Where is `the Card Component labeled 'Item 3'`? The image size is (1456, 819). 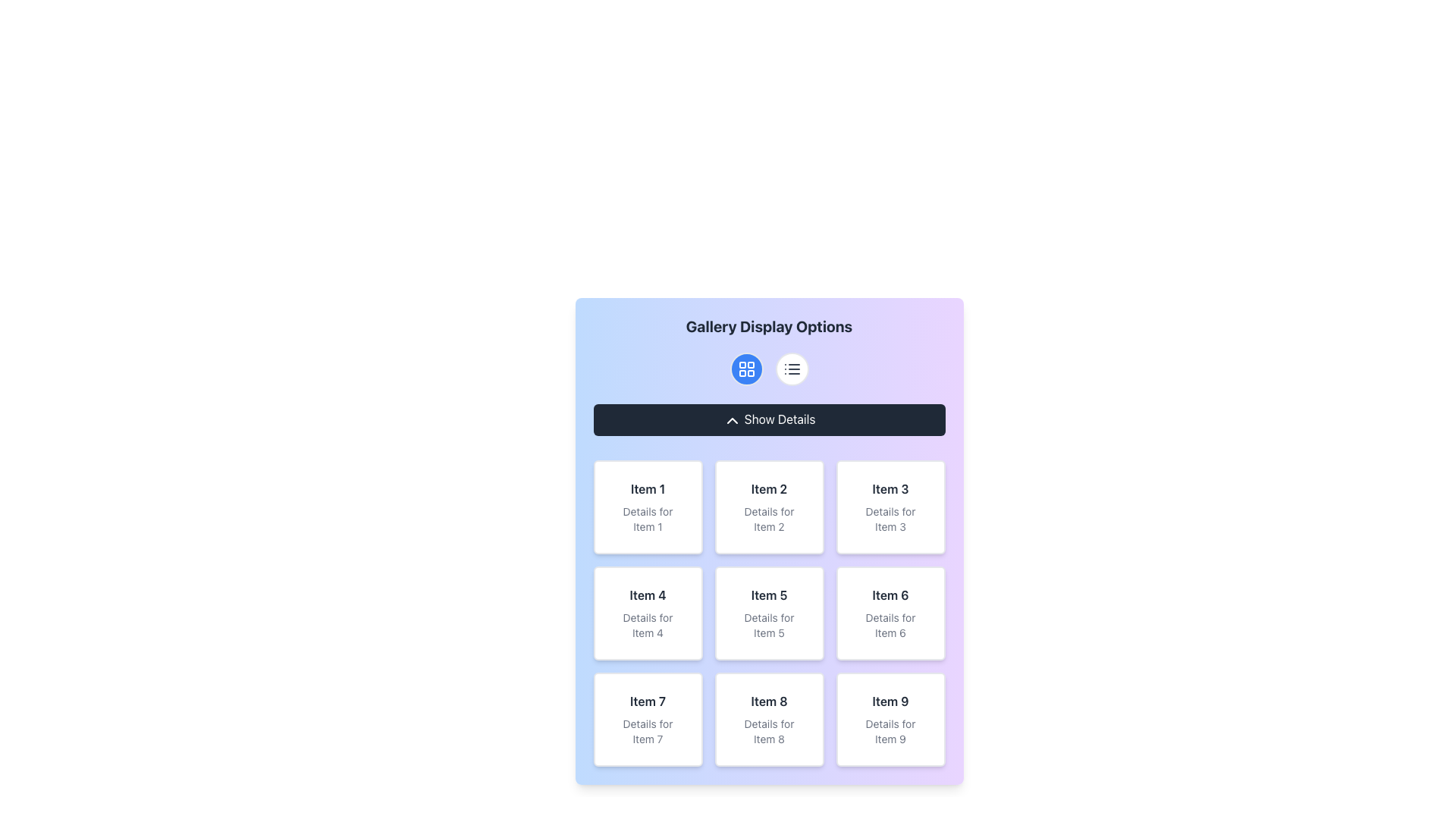
the Card Component labeled 'Item 3' is located at coordinates (890, 507).